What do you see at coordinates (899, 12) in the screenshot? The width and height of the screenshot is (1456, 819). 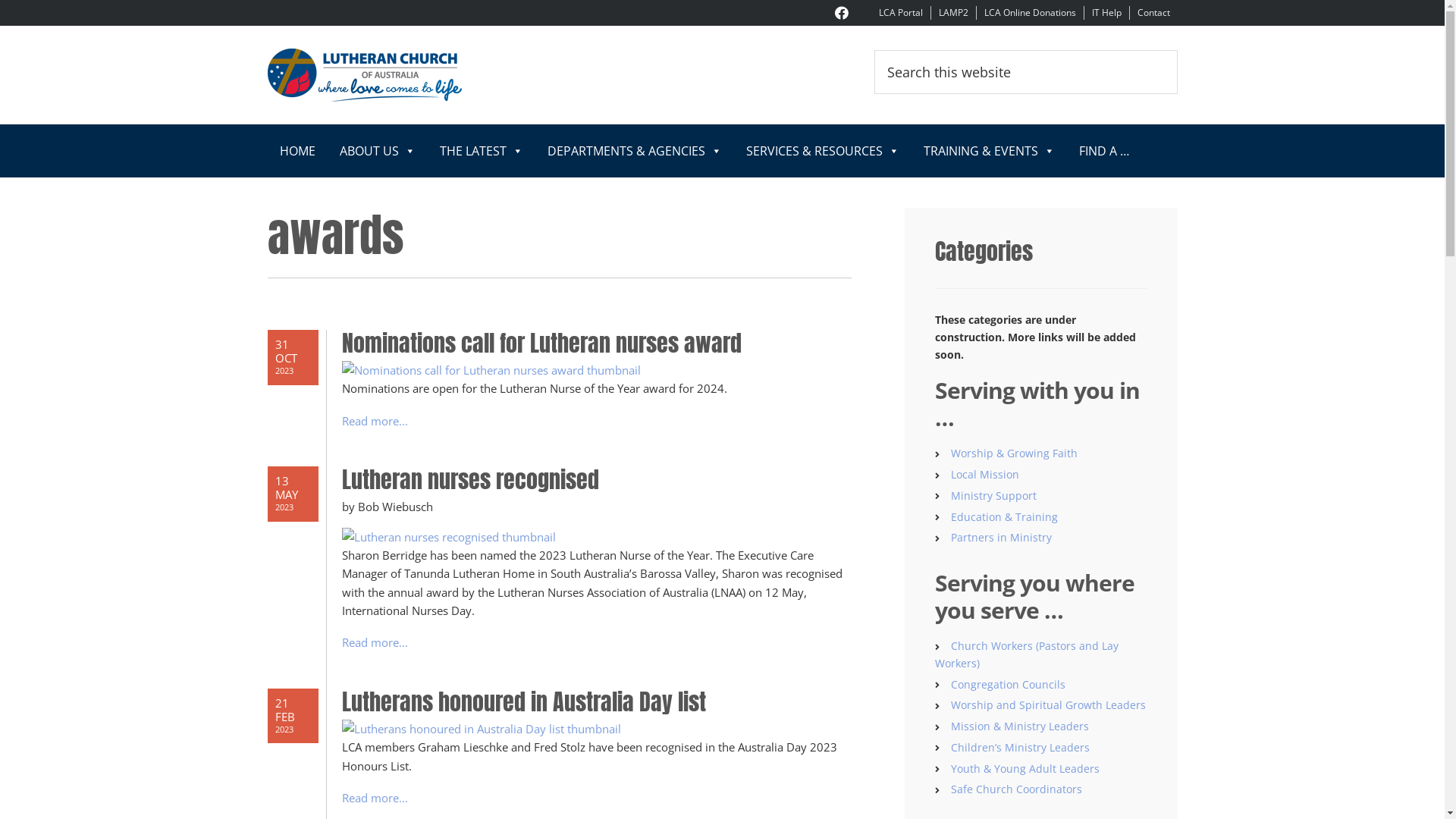 I see `'LCA Portal'` at bounding box center [899, 12].